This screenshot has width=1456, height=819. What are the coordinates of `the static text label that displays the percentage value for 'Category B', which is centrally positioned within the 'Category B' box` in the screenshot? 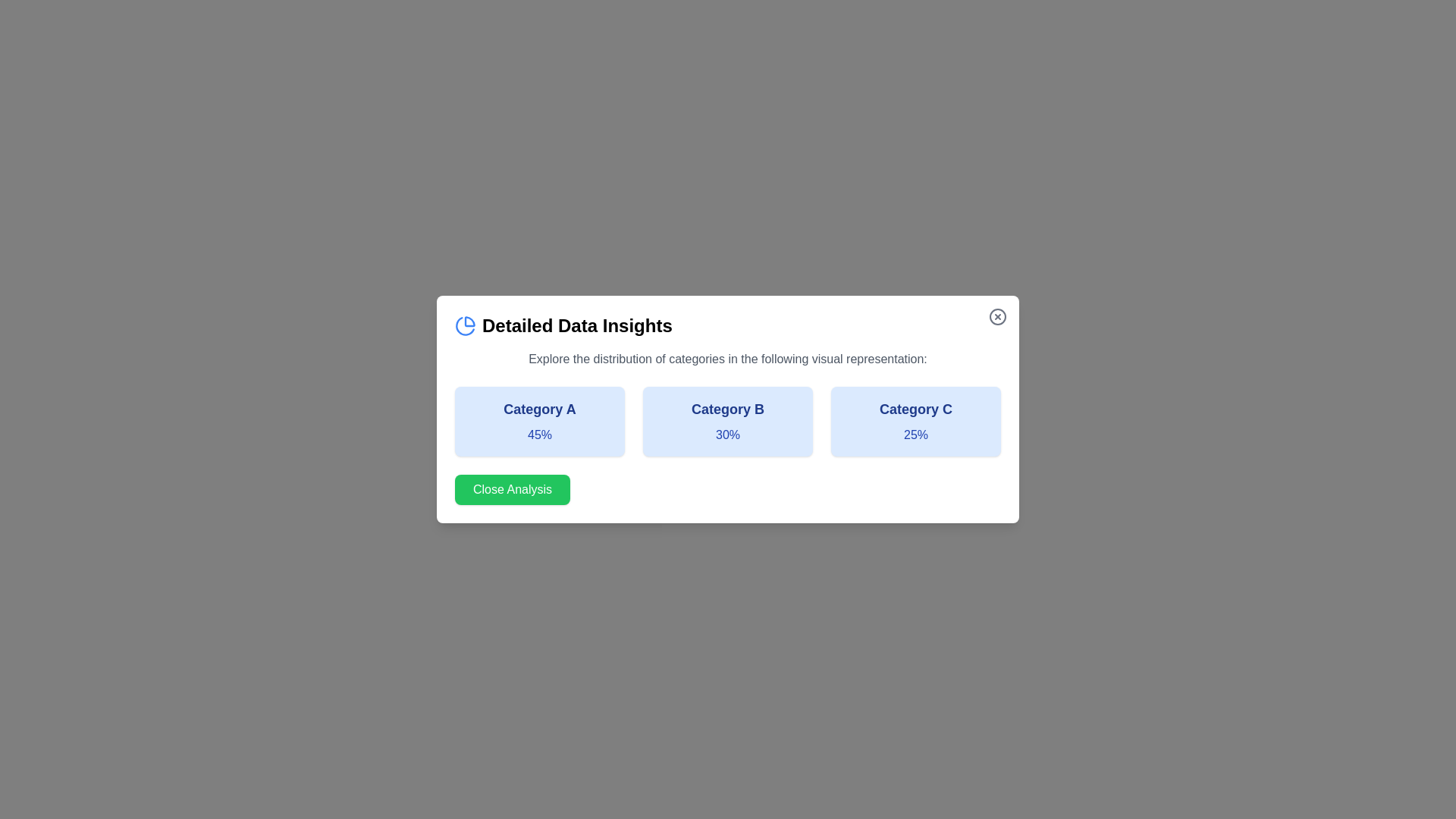 It's located at (728, 435).